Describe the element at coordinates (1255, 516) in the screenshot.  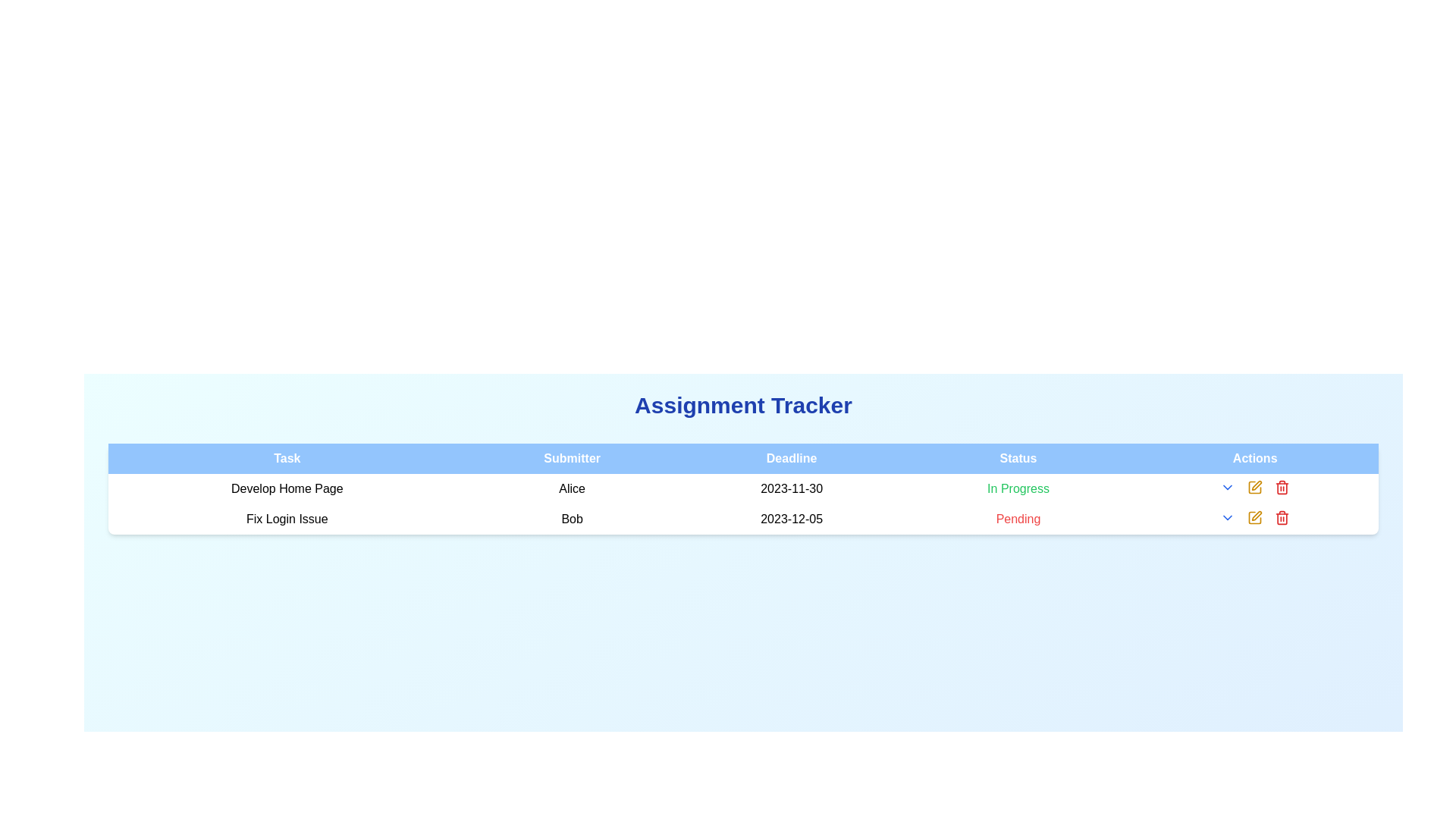
I see `the yellow pen-shaped edit icon located in the second row under the 'Actions' column to change its color` at that location.